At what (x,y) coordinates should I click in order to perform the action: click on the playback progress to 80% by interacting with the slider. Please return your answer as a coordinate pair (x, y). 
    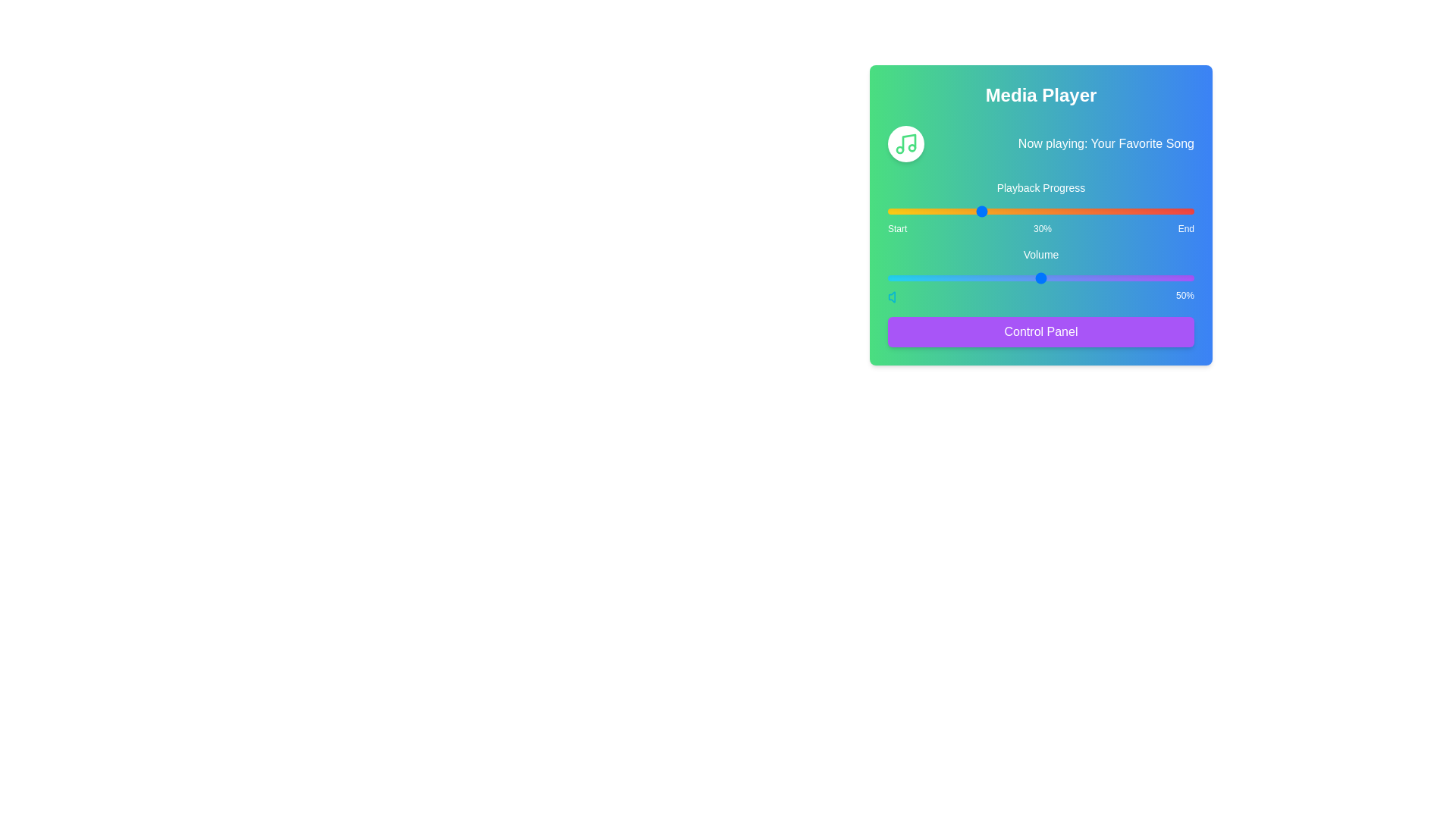
    Looking at the image, I should click on (1133, 211).